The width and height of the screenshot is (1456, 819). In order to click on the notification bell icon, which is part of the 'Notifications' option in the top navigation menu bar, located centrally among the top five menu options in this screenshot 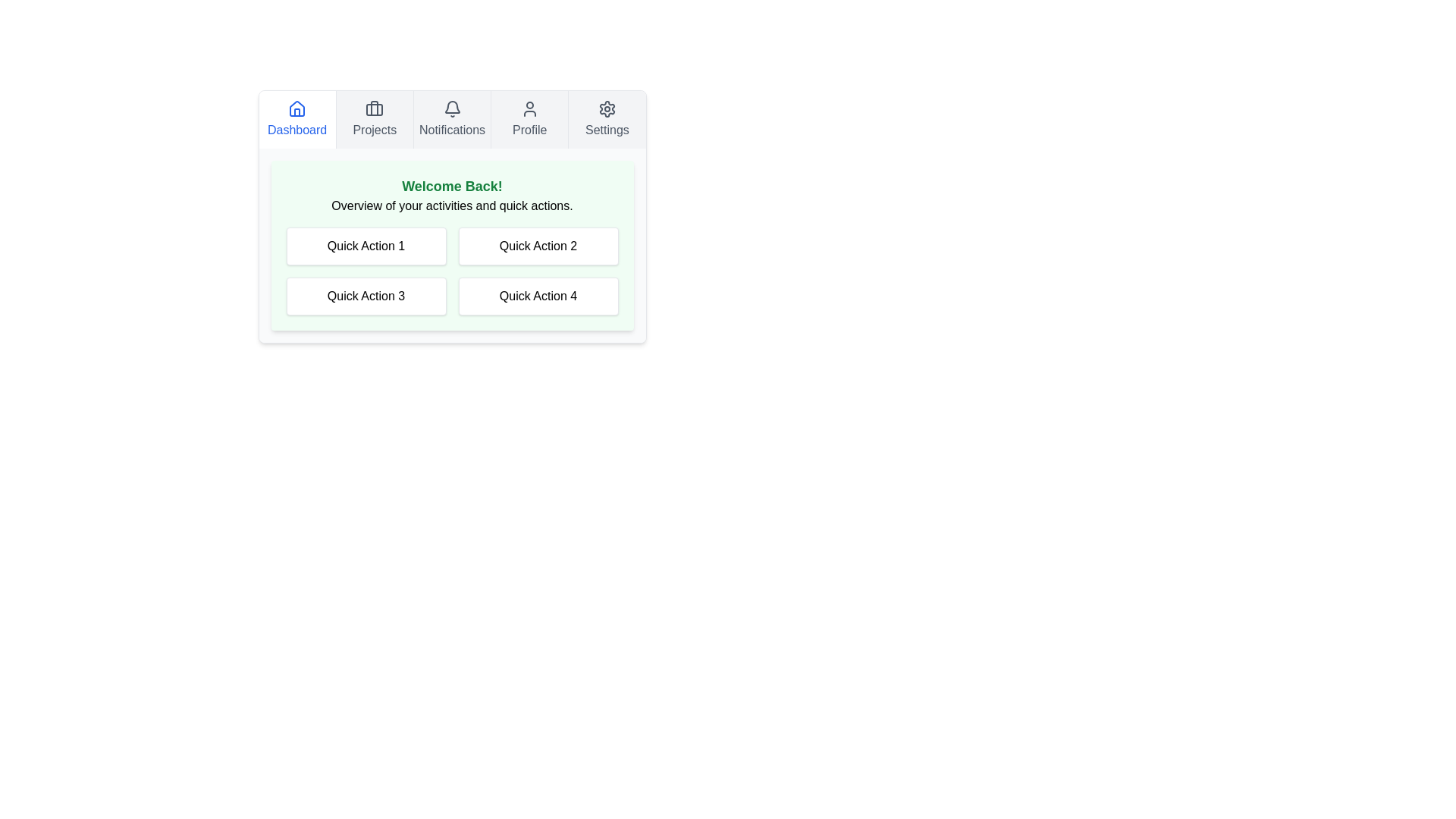, I will do `click(451, 106)`.